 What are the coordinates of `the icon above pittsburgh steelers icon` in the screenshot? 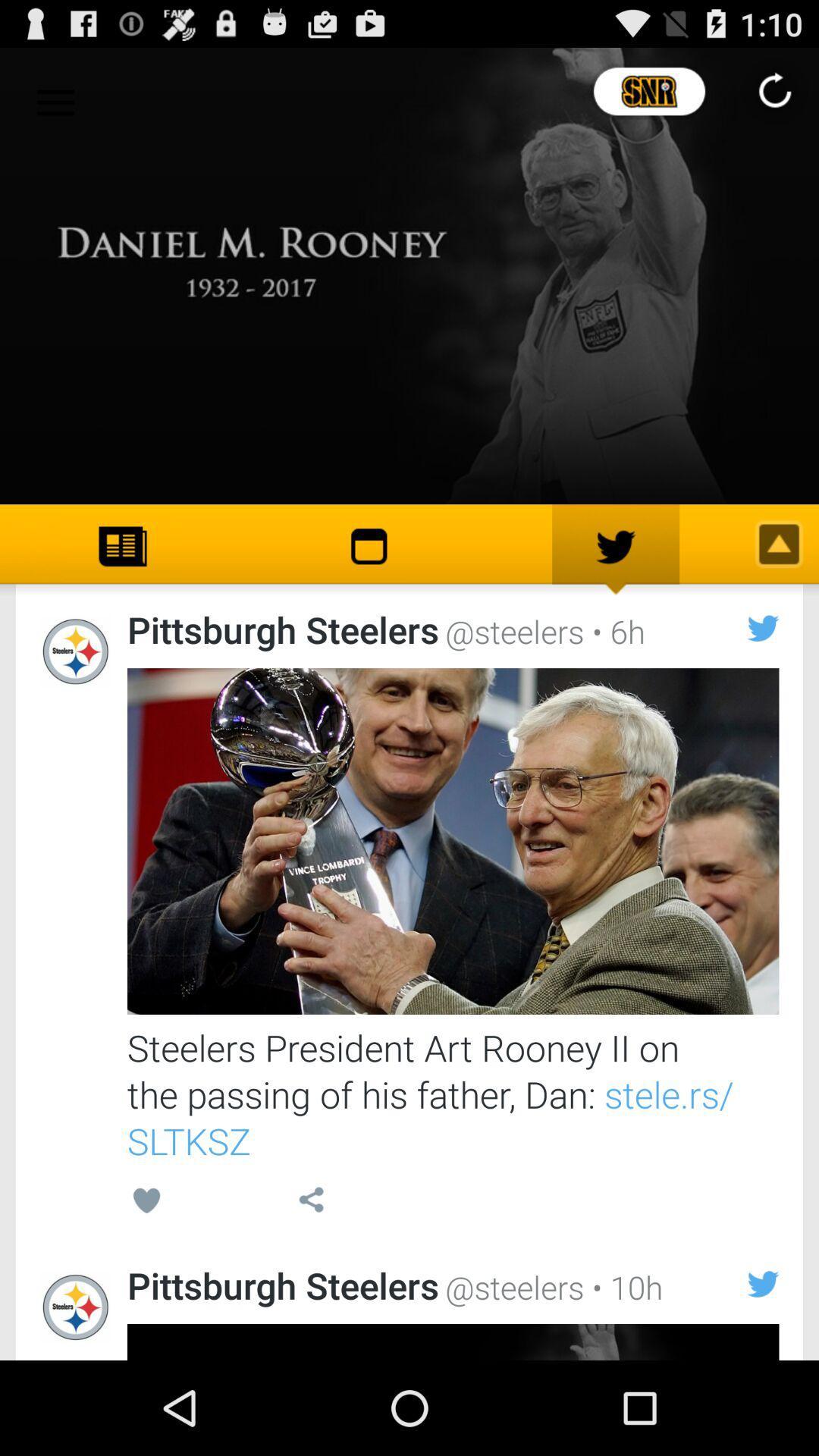 It's located at (310, 1202).